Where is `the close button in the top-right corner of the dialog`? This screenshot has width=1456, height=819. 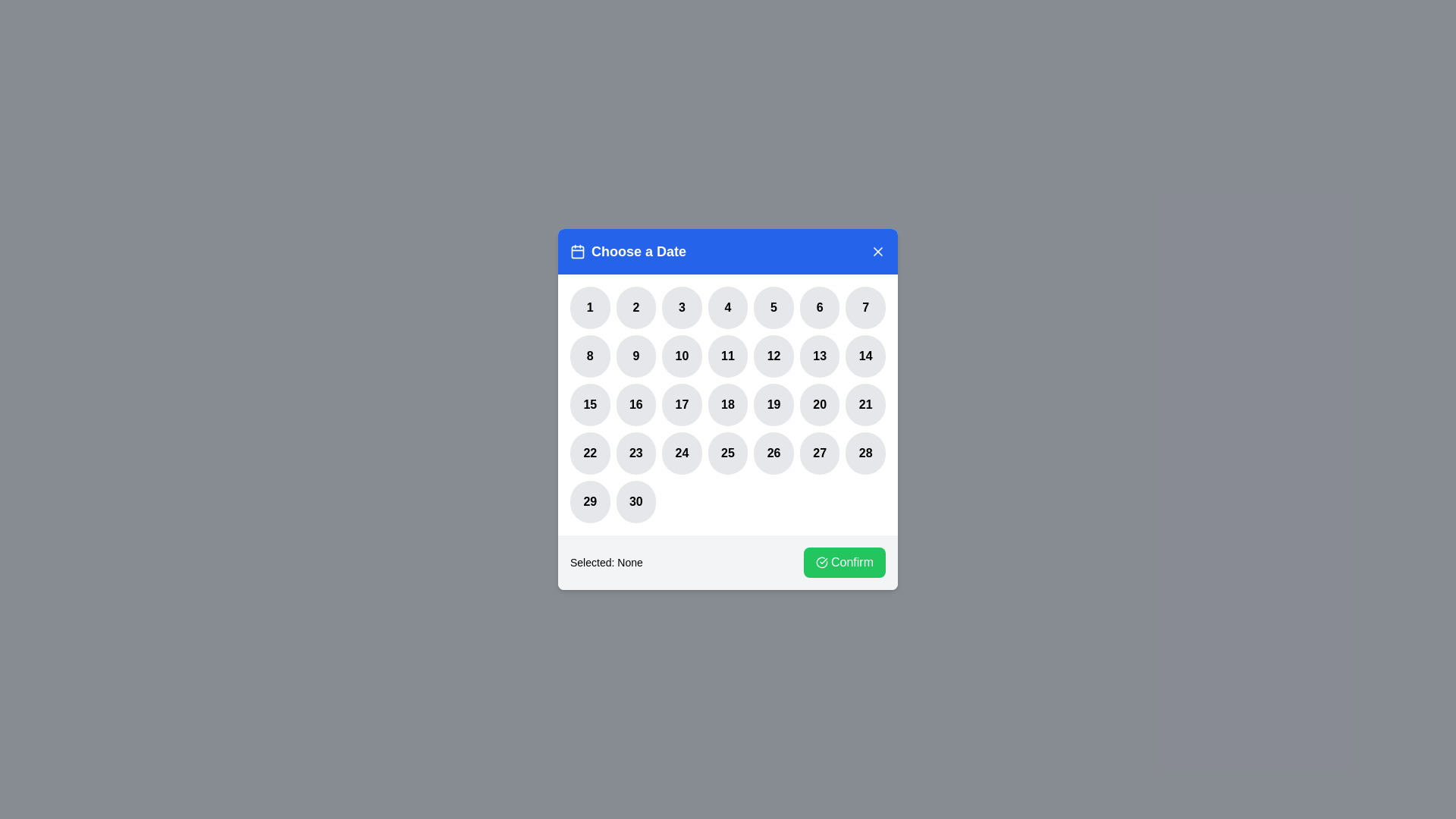
the close button in the top-right corner of the dialog is located at coordinates (877, 250).